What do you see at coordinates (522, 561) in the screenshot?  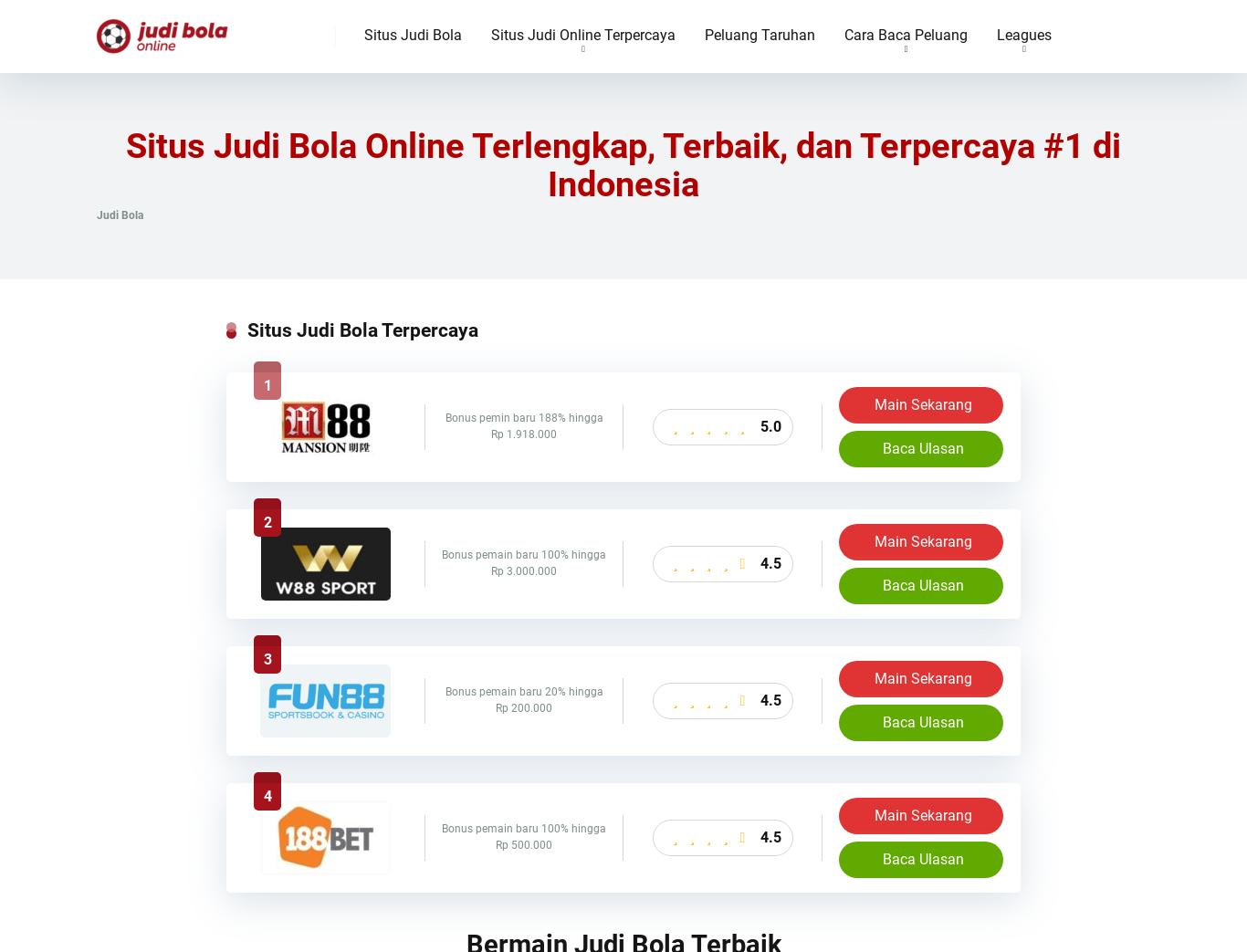 I see `'Bonus pemain baru 100% hingga Rp 3.000.000'` at bounding box center [522, 561].